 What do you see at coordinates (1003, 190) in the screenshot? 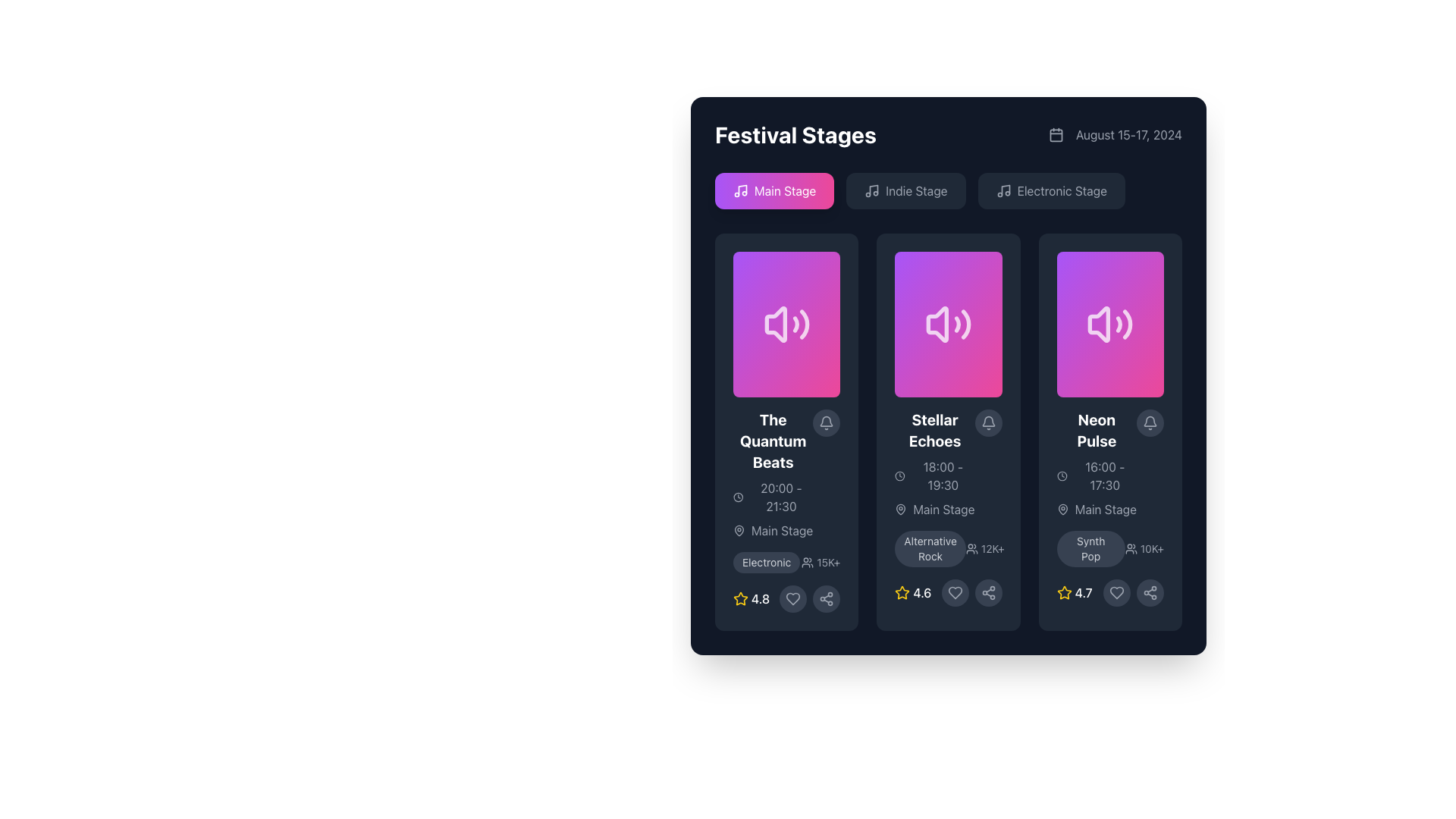
I see `the musical note icon, which is styled with a thin line illustration and is located within the dark rectangular button labeled 'Electronic Stage' in the third position from the left under 'Festival Stages'` at bounding box center [1003, 190].